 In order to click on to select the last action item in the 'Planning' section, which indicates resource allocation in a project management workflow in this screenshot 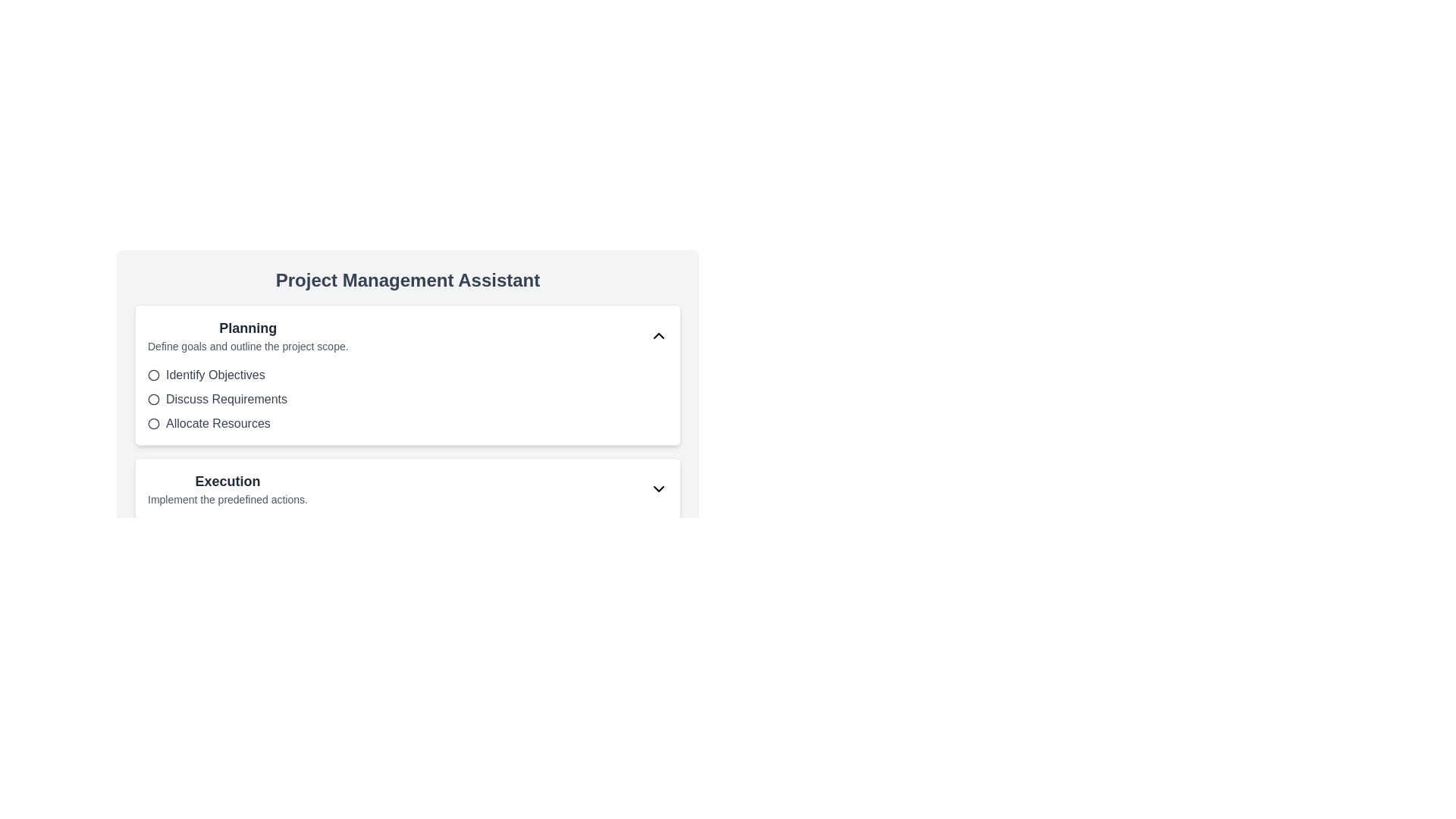, I will do `click(407, 424)`.